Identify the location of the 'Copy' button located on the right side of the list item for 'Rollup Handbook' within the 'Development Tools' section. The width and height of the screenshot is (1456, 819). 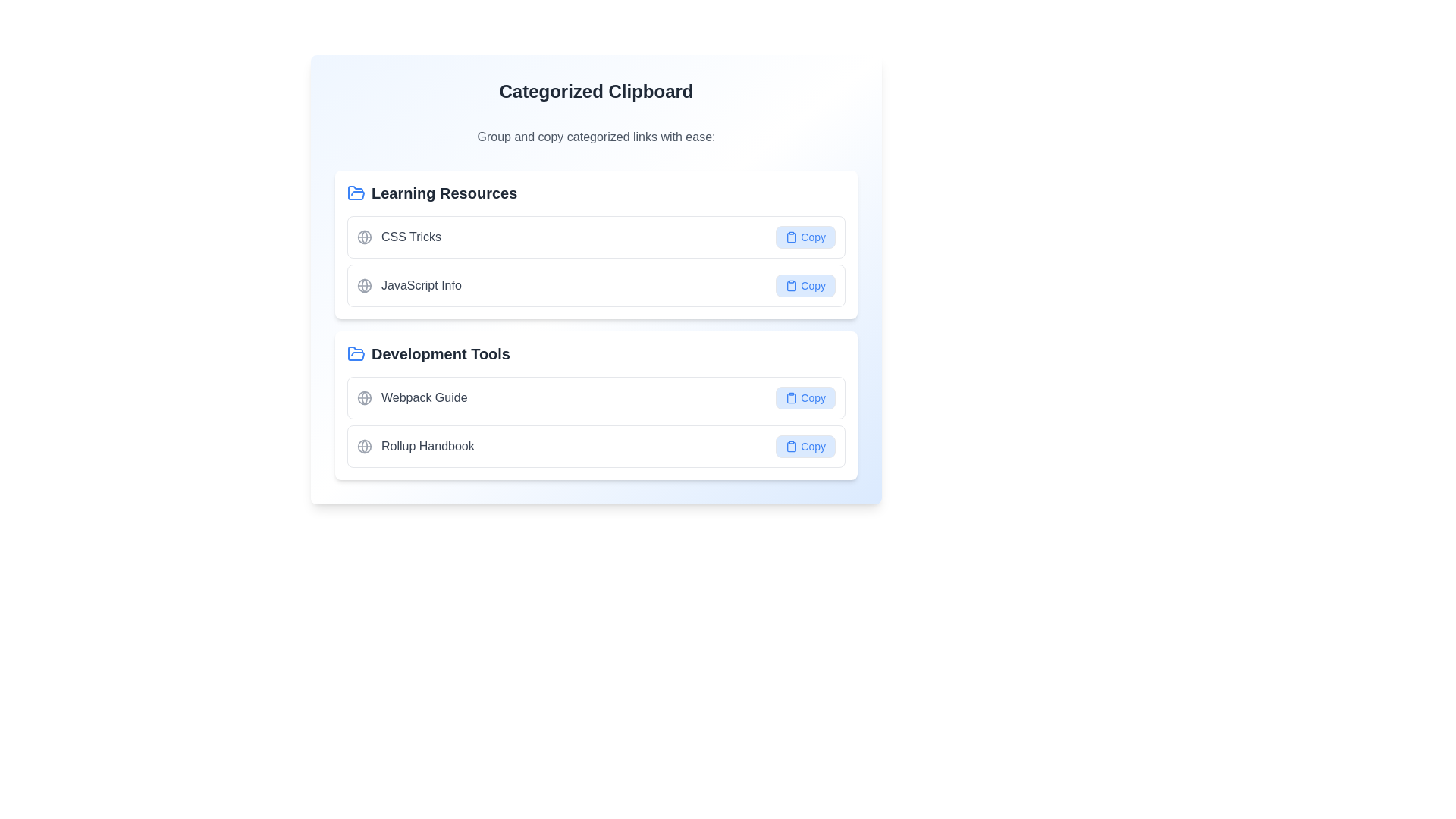
(595, 446).